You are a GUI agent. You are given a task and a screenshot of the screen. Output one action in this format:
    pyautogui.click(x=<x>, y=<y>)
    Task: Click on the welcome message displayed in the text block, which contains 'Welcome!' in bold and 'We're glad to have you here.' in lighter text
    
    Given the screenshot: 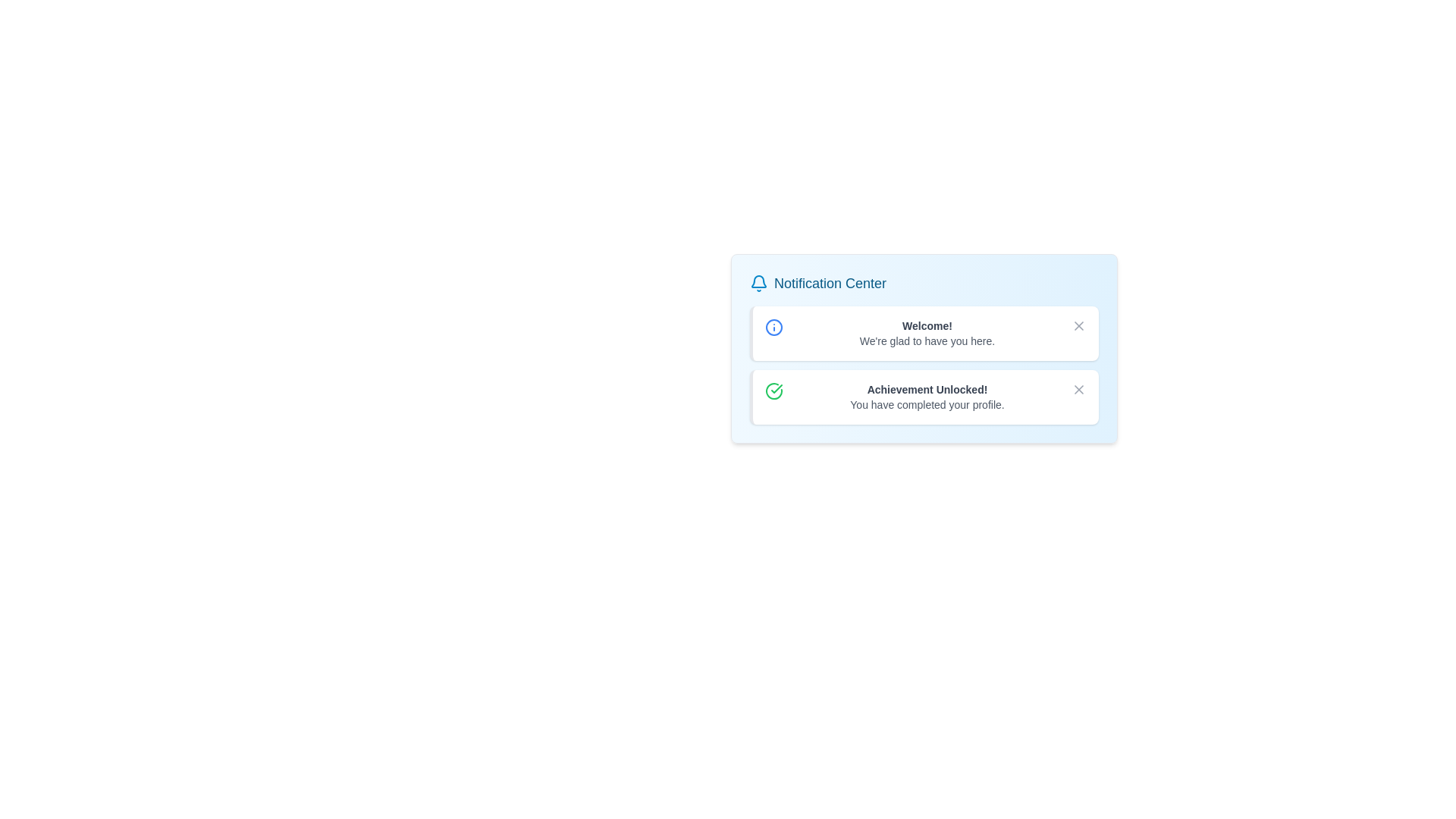 What is the action you would take?
    pyautogui.click(x=927, y=332)
    